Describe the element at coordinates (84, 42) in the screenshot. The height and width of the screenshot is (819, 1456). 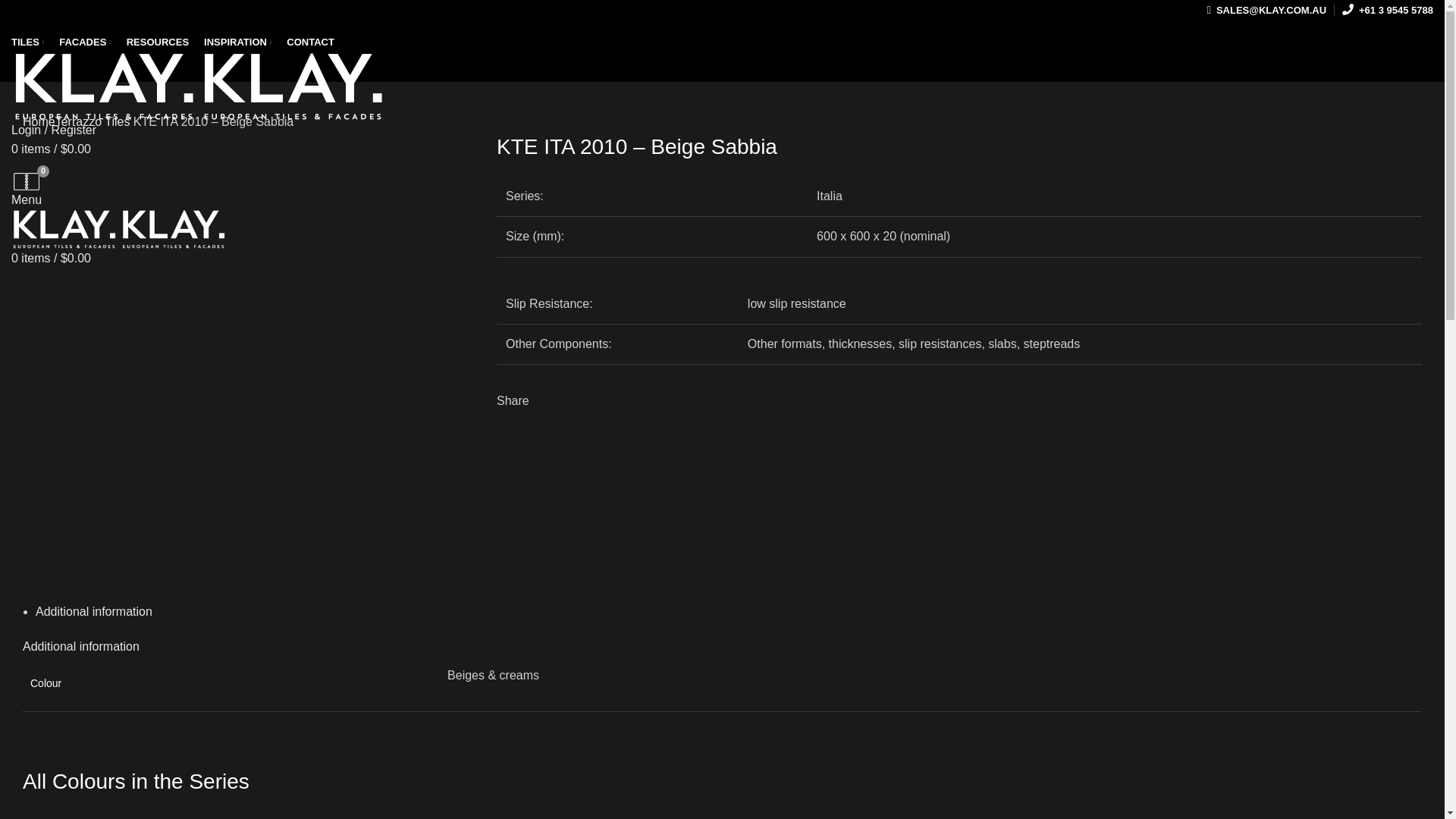
I see `'FACADES'` at that location.